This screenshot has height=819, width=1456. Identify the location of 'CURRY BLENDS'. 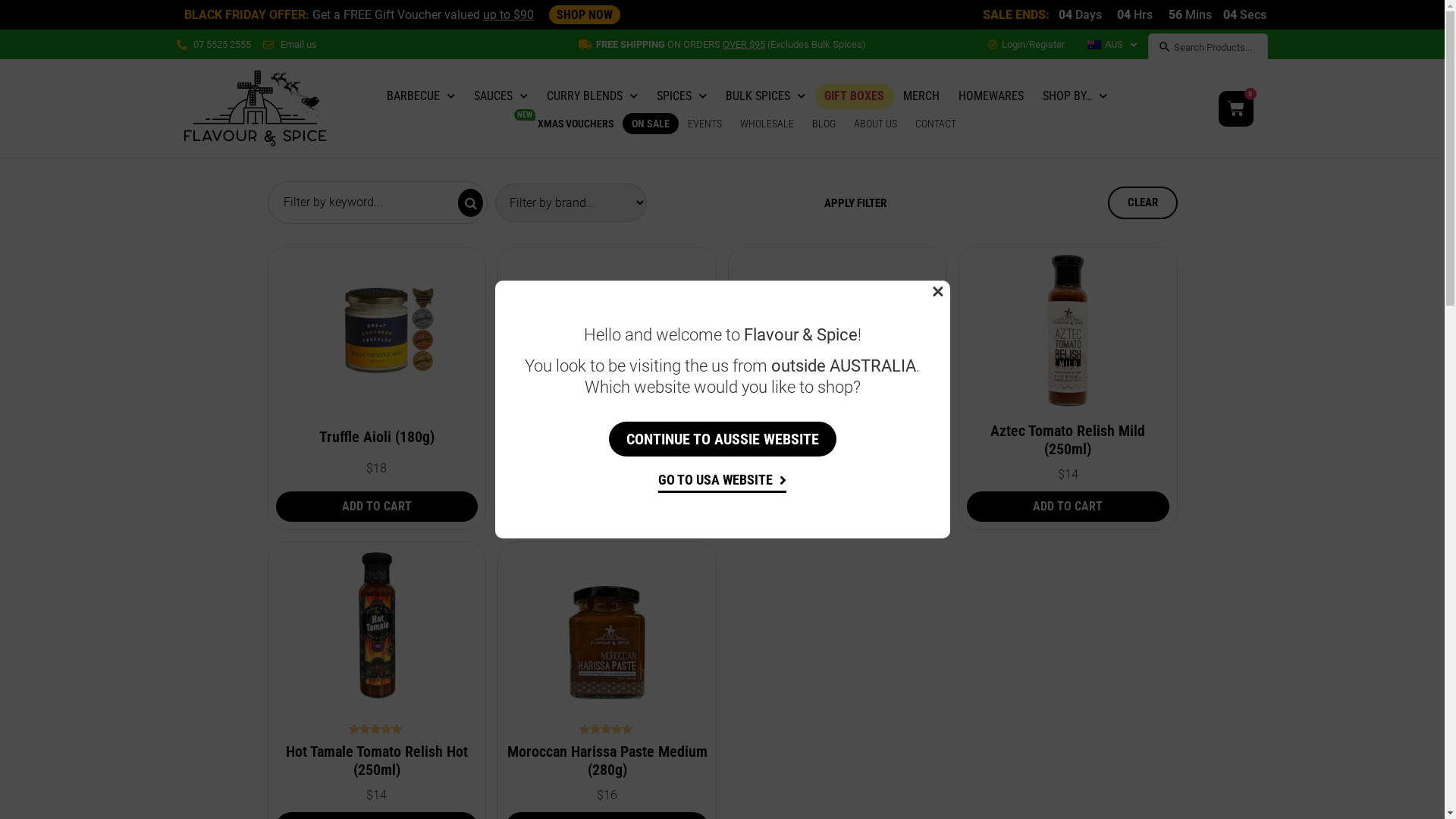
(591, 96).